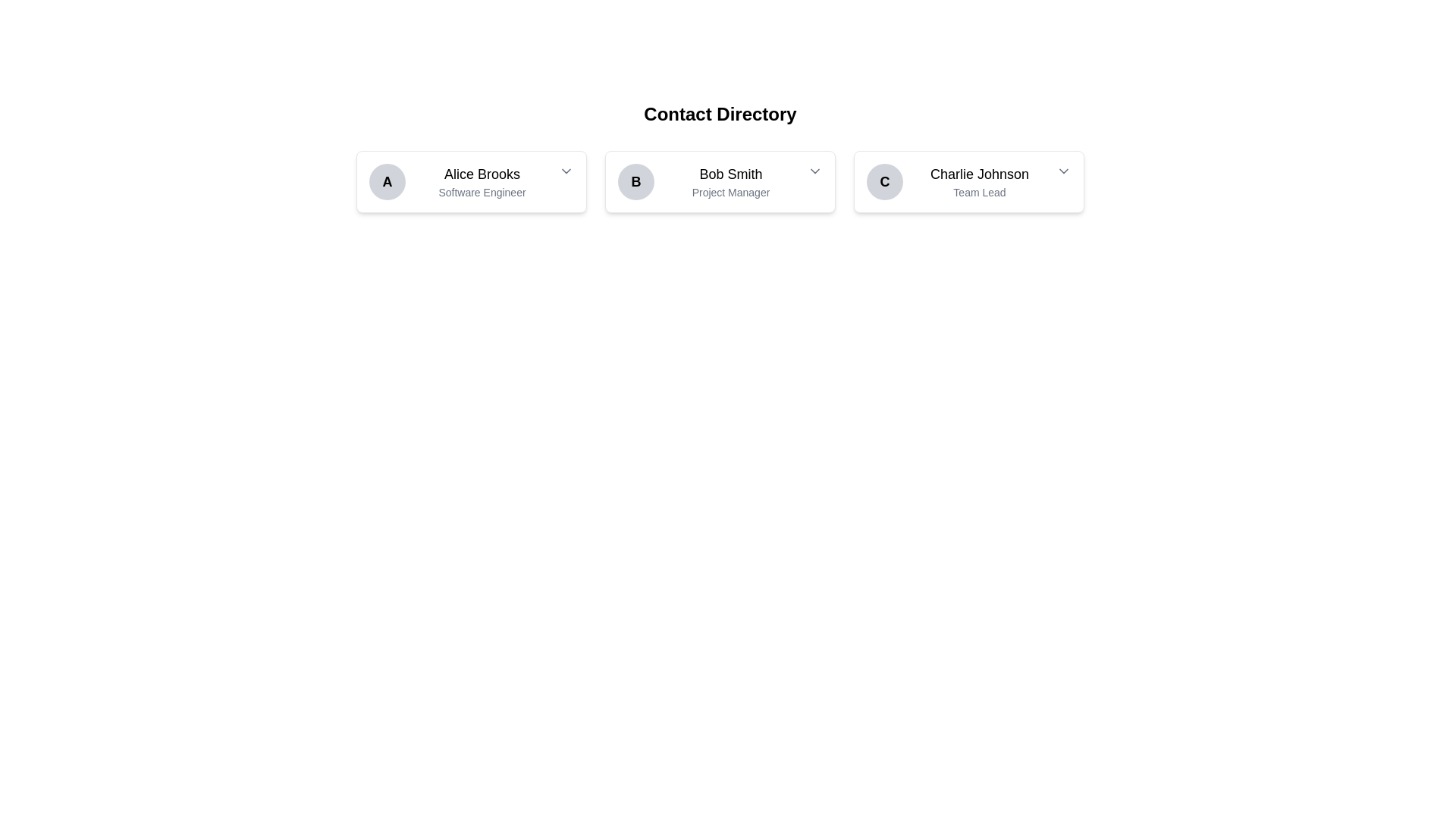 The width and height of the screenshot is (1456, 819). I want to click on the Avatar or user icon, so click(636, 180).